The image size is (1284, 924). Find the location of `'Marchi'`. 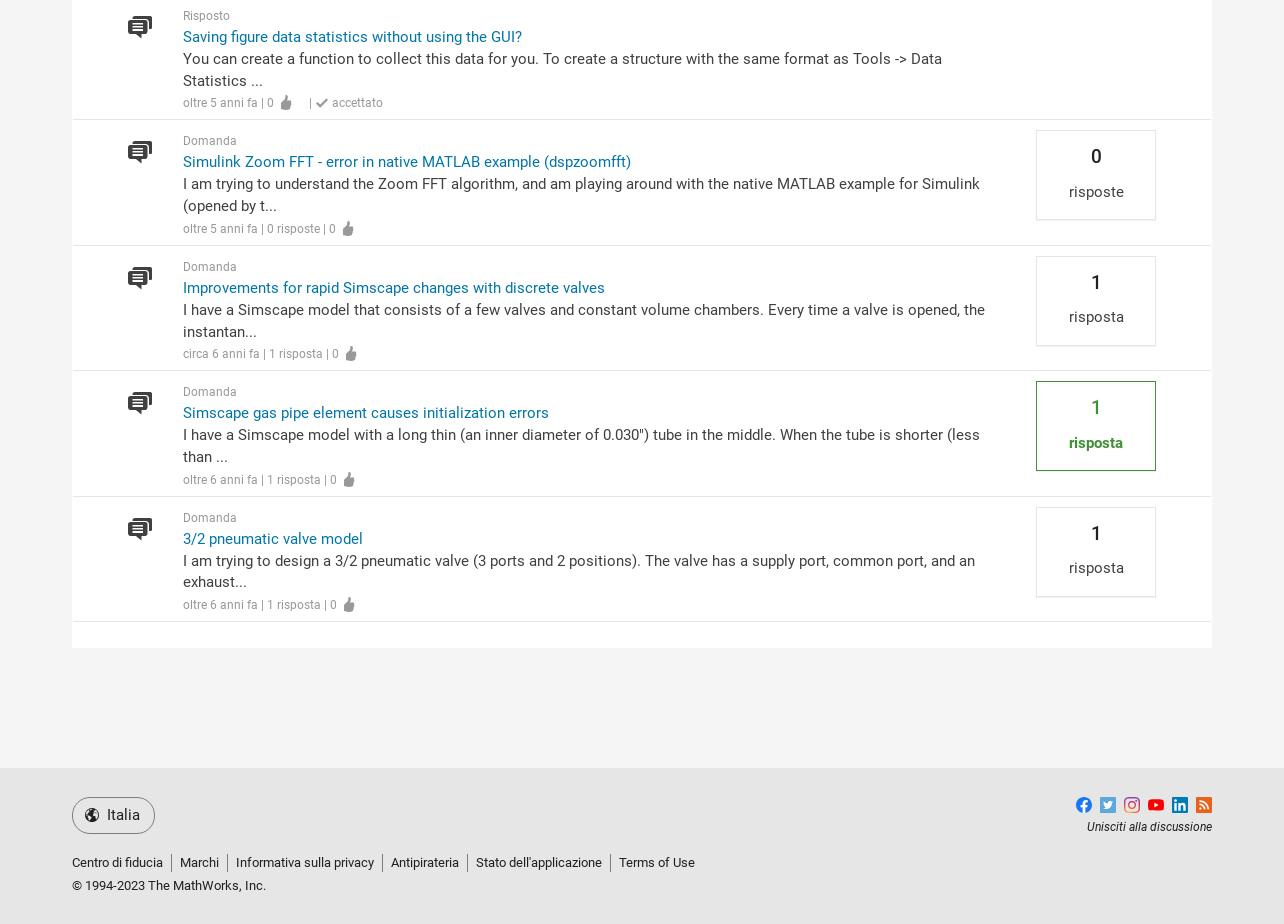

'Marchi' is located at coordinates (198, 862).